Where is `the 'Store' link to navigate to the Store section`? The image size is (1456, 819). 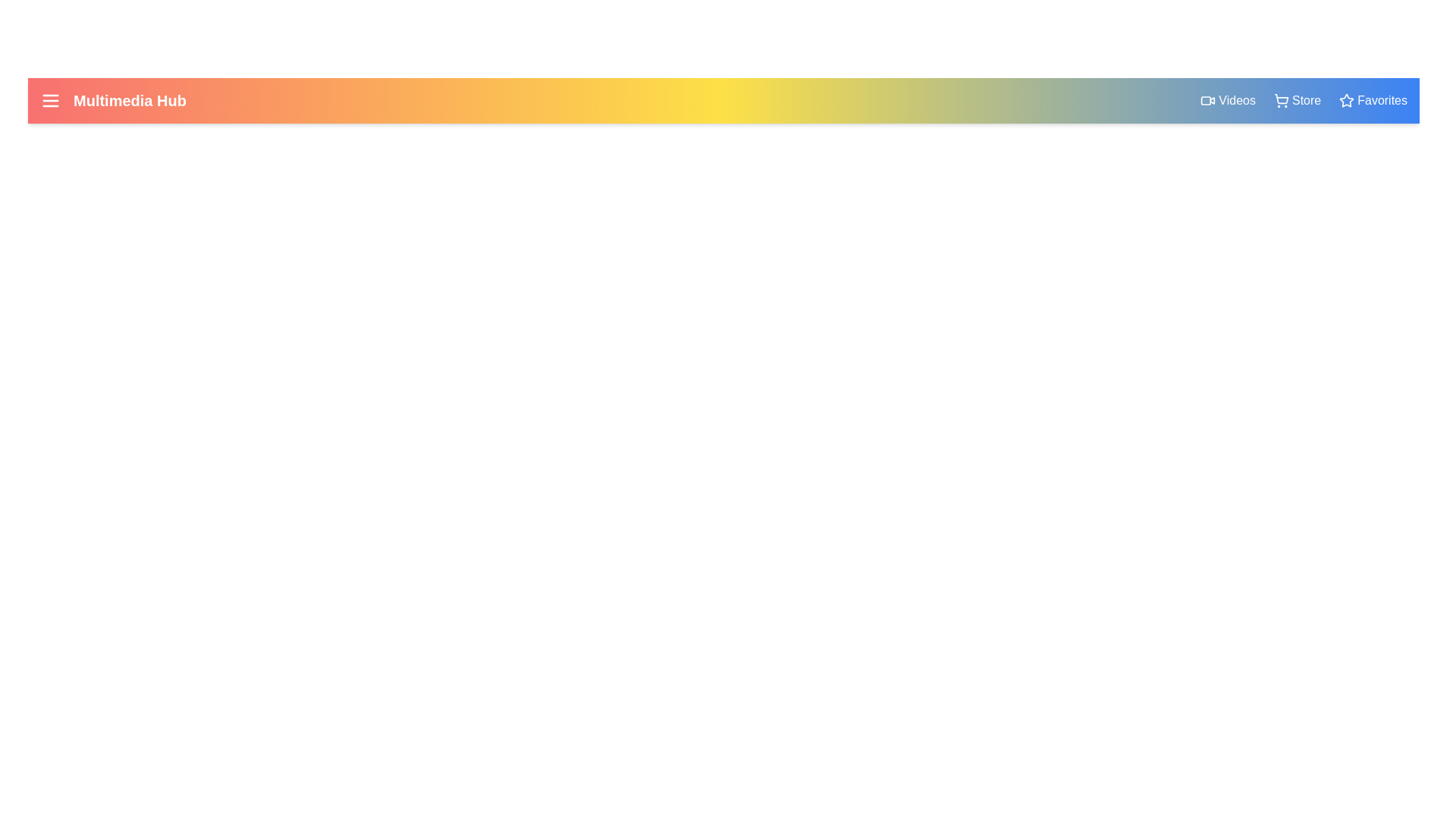
the 'Store' link to navigate to the Store section is located at coordinates (1296, 100).